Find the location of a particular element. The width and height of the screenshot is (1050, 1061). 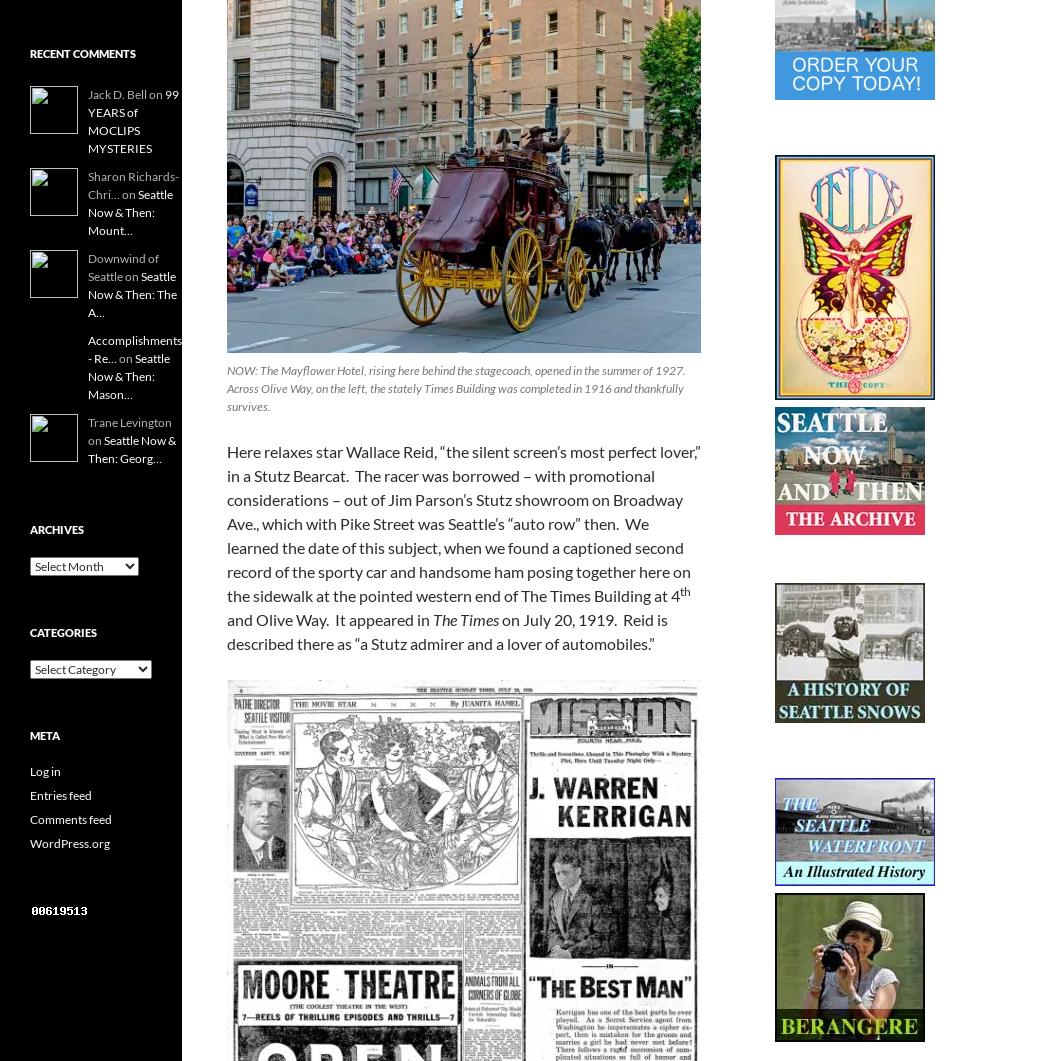

'WordPress.org' is located at coordinates (69, 843).